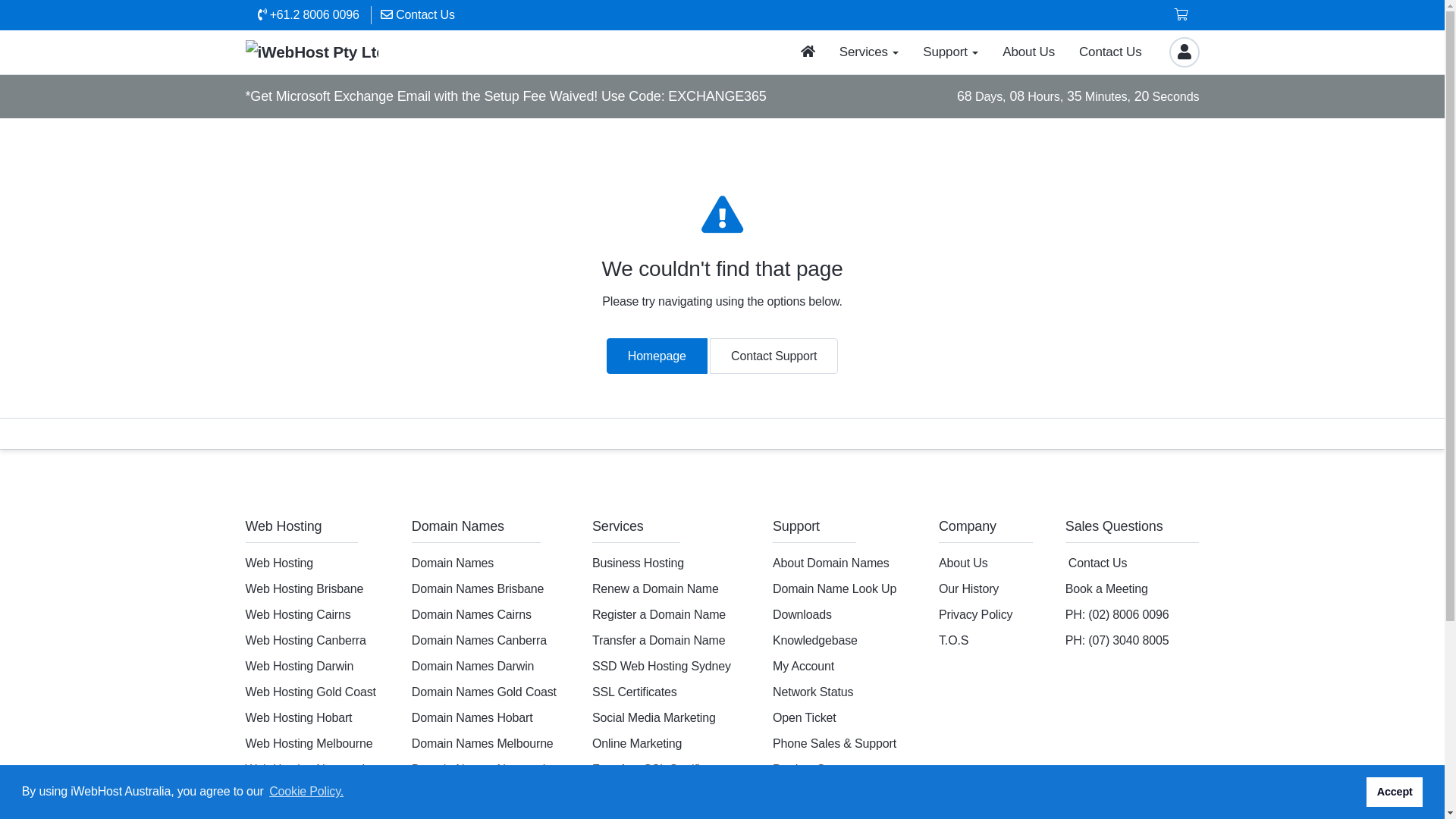 The width and height of the screenshot is (1456, 819). I want to click on 'Web Hosting Canberra', so click(305, 640).